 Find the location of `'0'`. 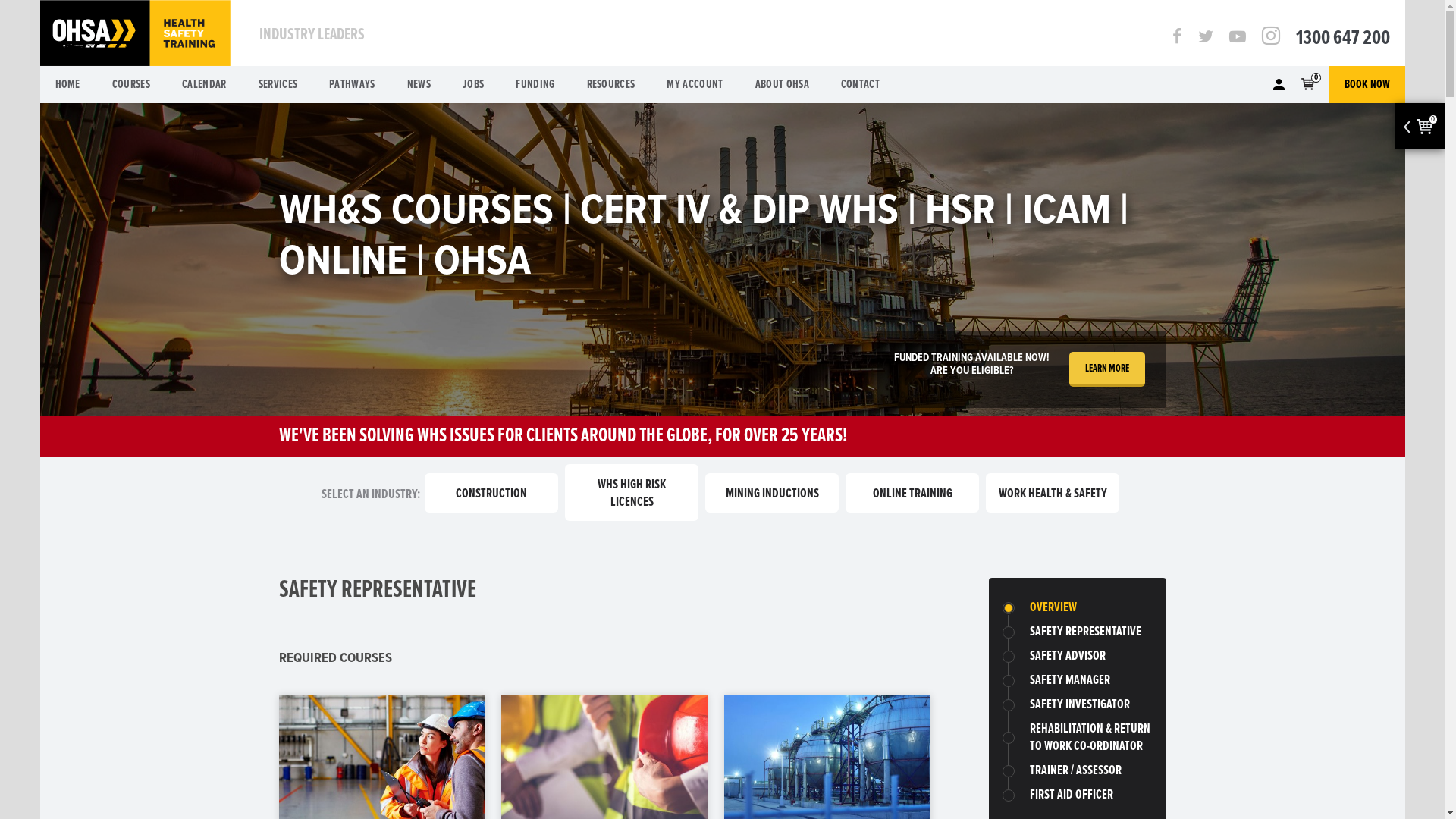

'0' is located at coordinates (1307, 84).